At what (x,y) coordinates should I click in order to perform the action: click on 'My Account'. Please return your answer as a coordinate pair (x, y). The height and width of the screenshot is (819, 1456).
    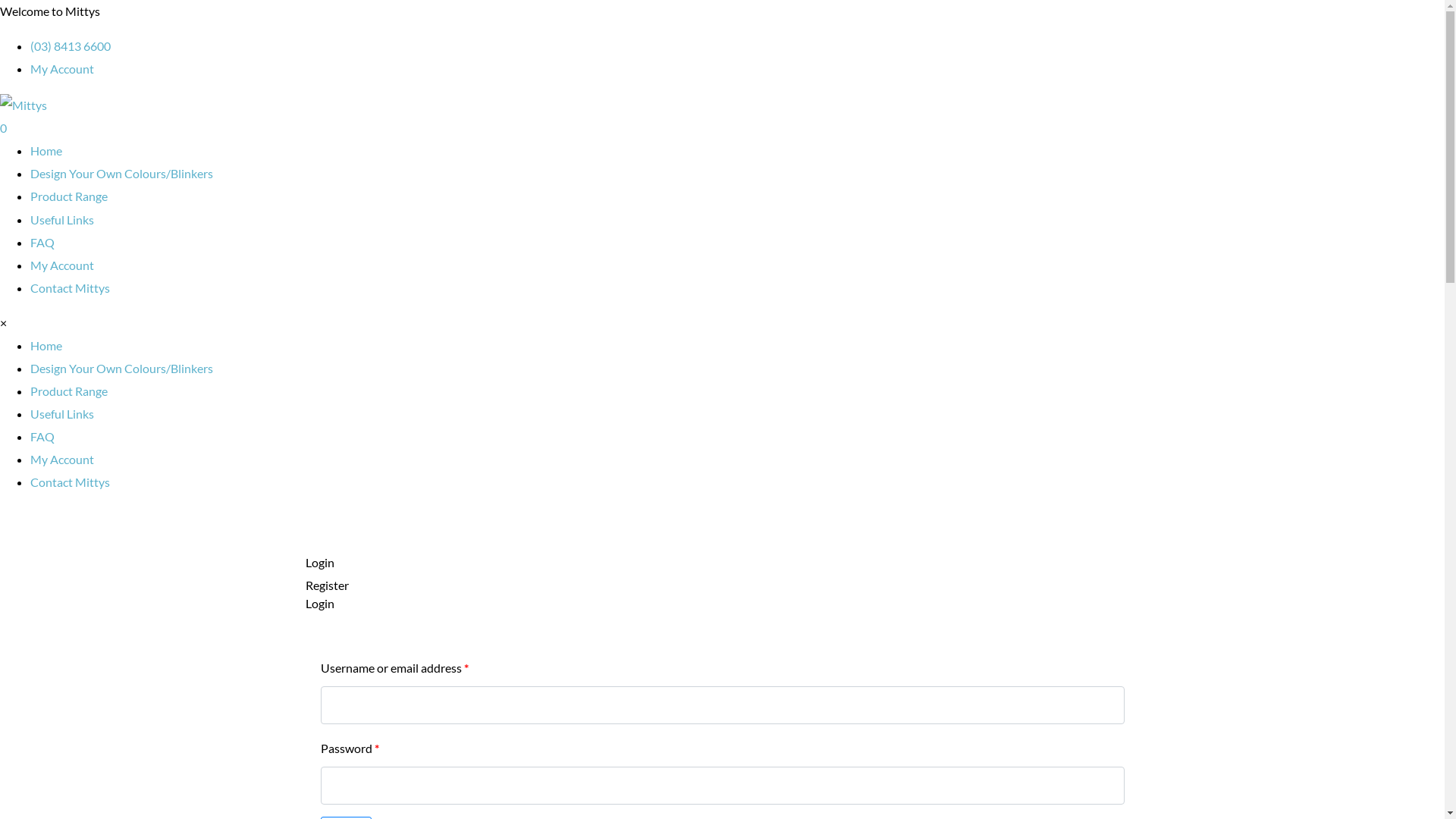
    Looking at the image, I should click on (61, 264).